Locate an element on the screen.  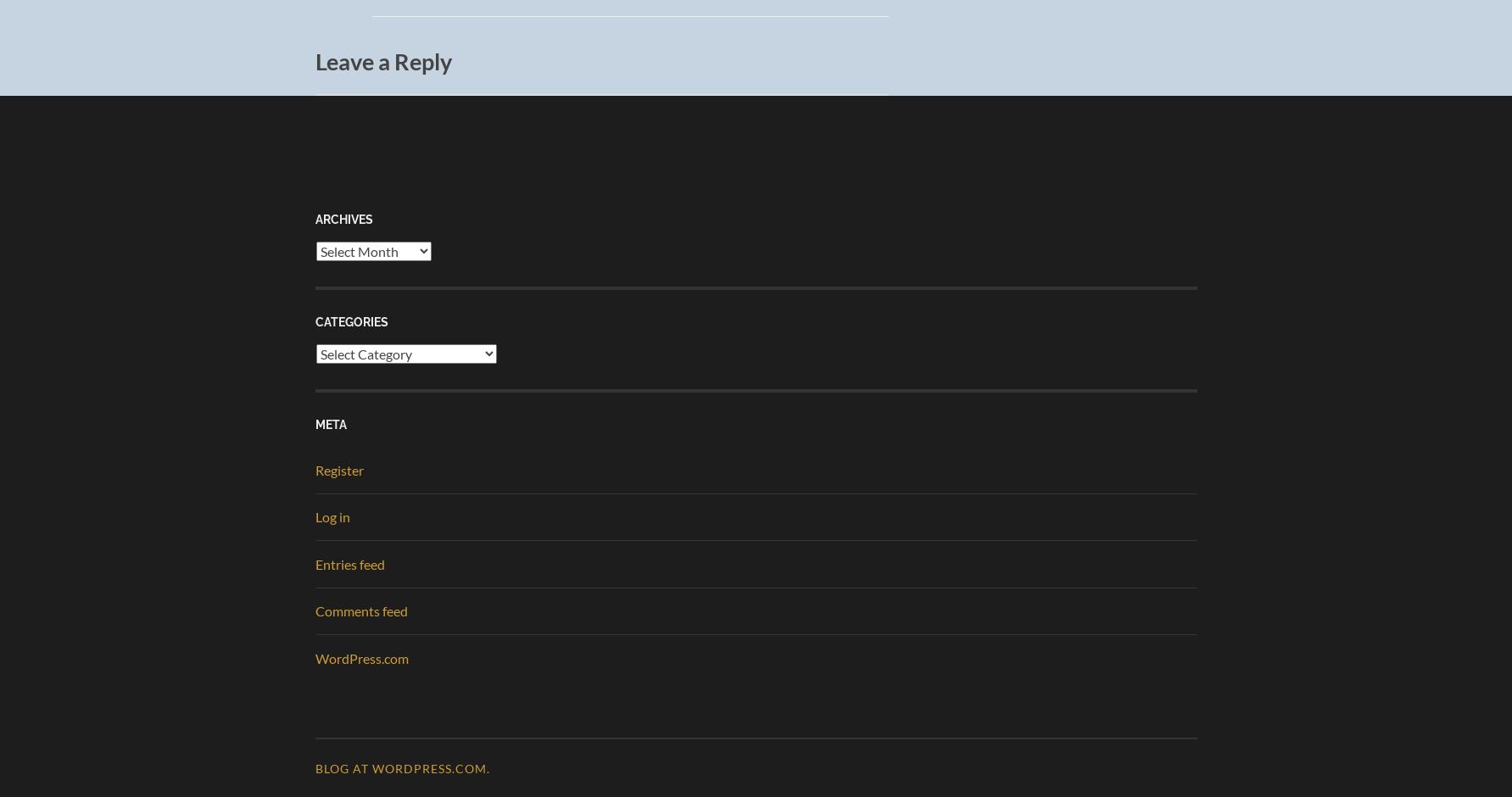
'Meta' is located at coordinates (329, 425).